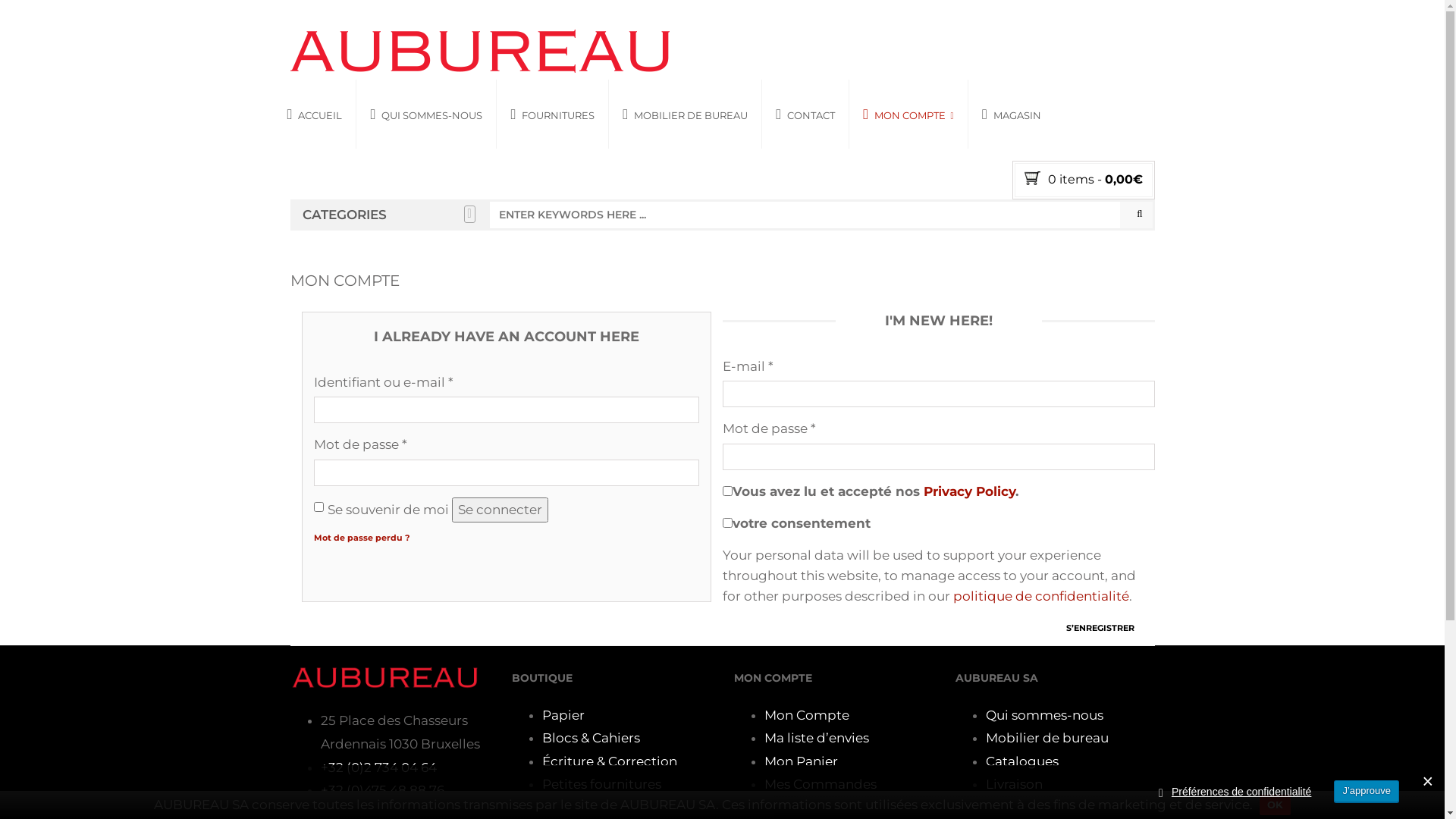 The width and height of the screenshot is (1456, 819). Describe the element at coordinates (590, 736) in the screenshot. I see `'Blocs & Cahiers'` at that location.